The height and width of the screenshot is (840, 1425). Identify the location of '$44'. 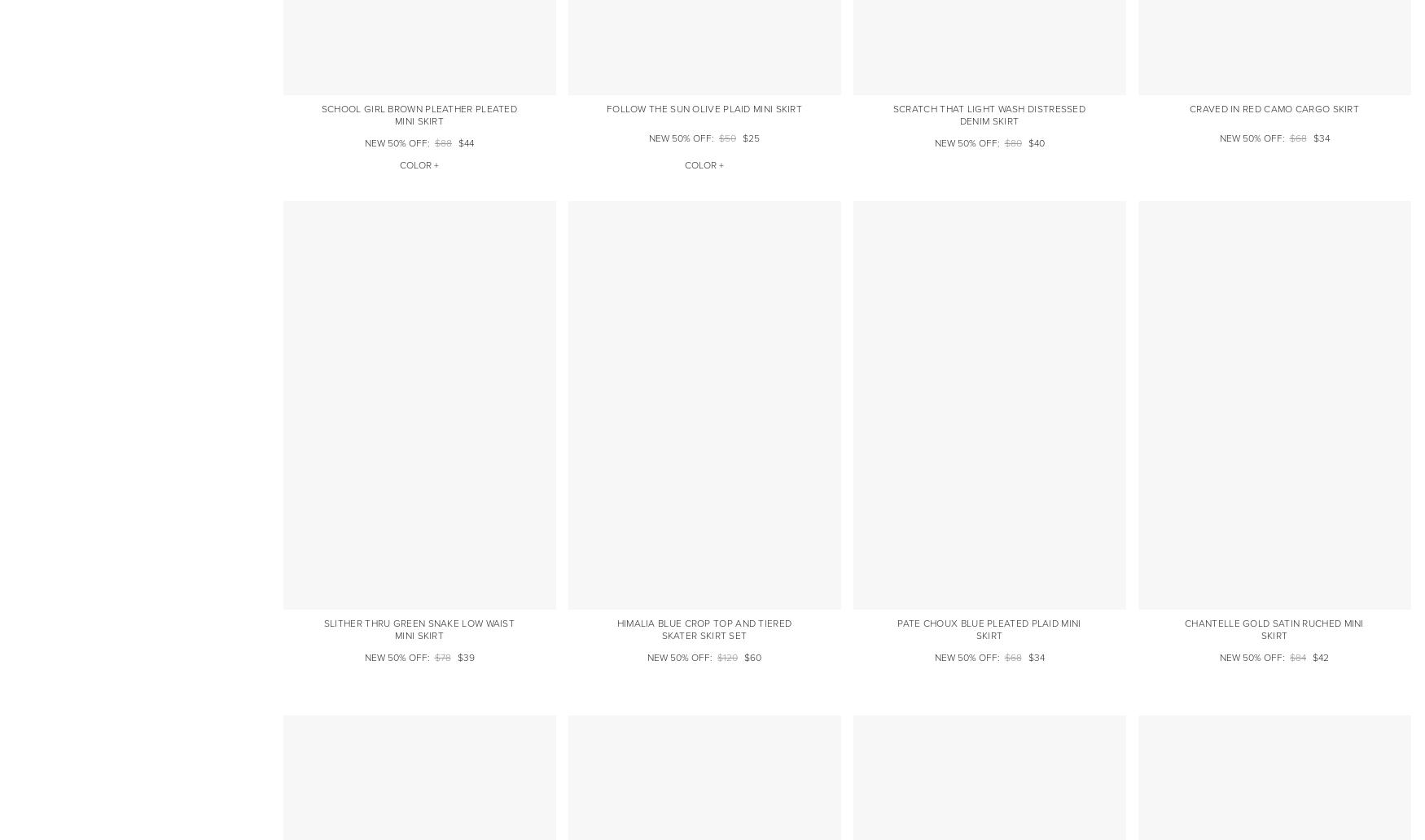
(457, 142).